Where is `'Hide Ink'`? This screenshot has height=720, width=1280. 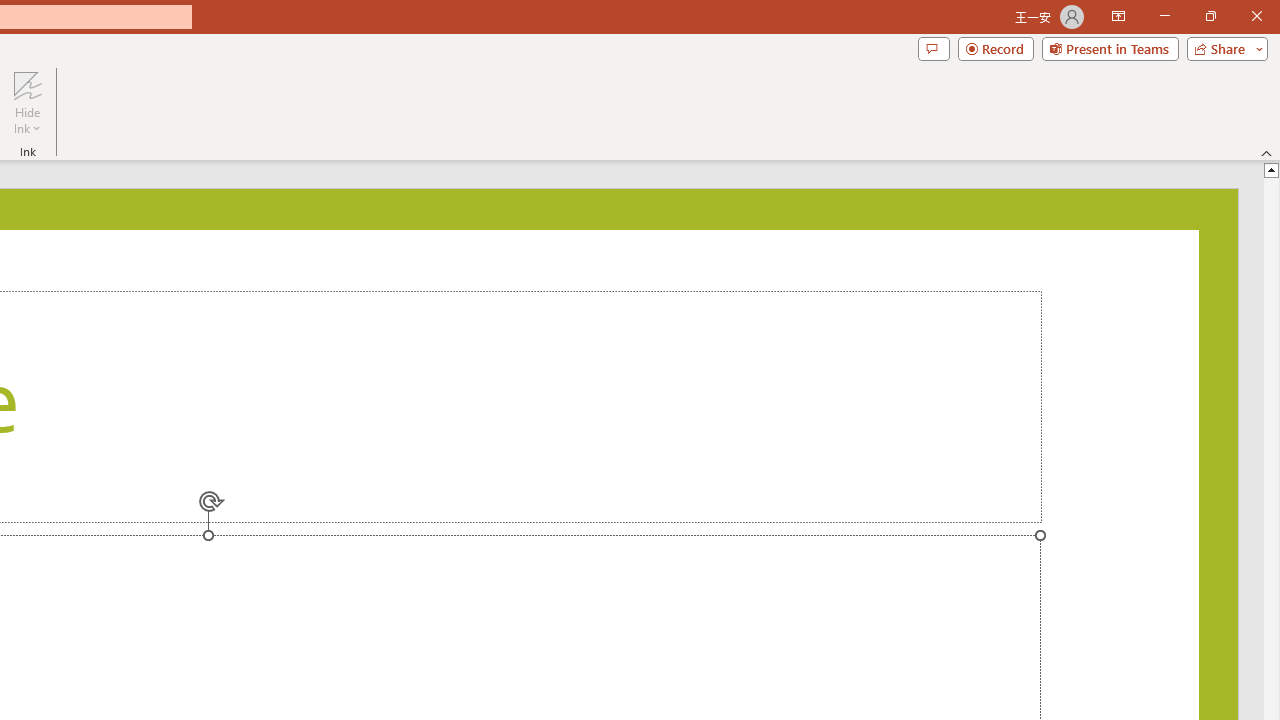 'Hide Ink' is located at coordinates (27, 103).